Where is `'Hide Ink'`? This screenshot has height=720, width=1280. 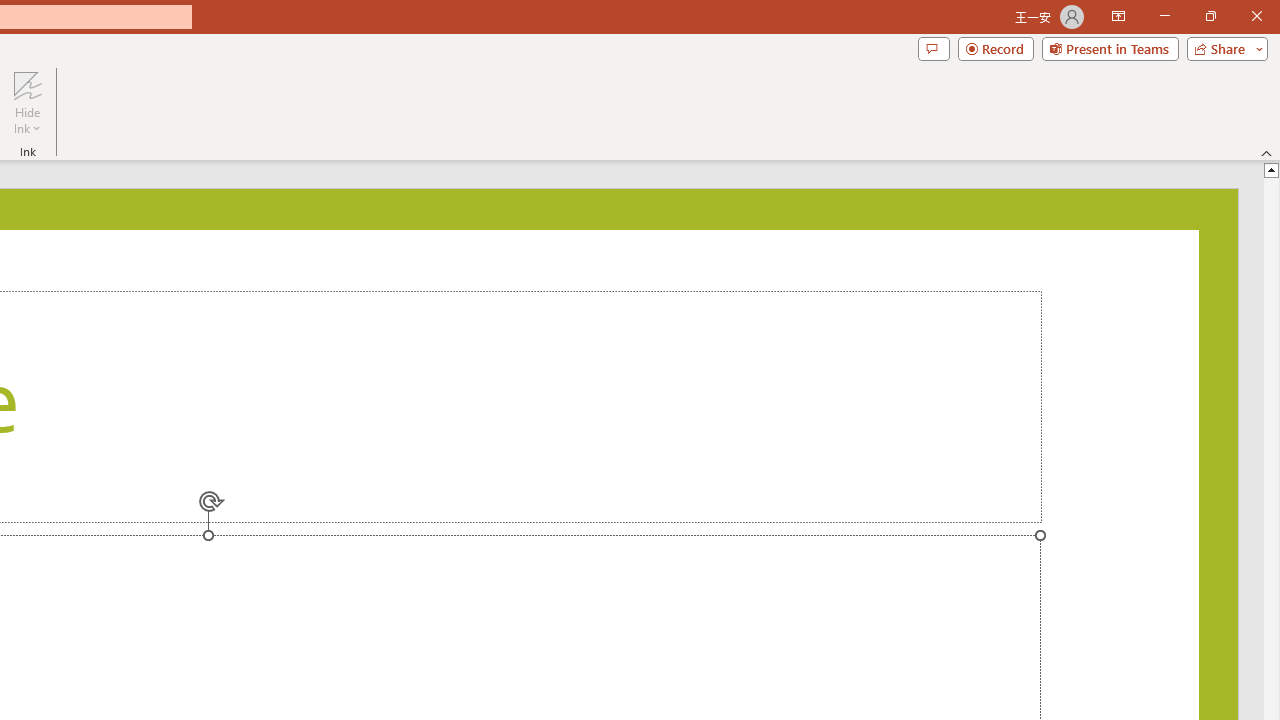 'Hide Ink' is located at coordinates (27, 103).